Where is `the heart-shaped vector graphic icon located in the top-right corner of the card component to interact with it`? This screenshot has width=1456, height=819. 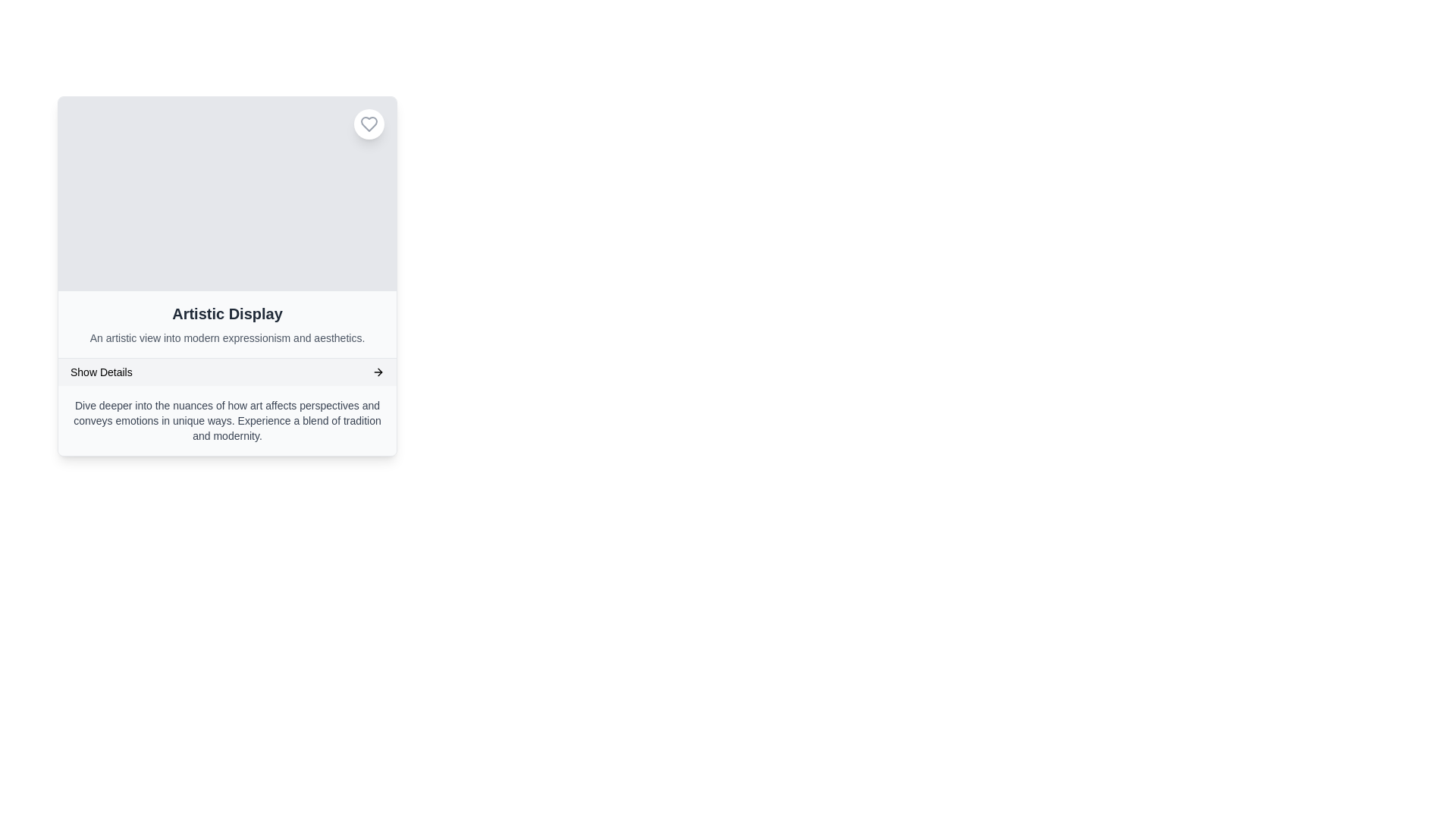
the heart-shaped vector graphic icon located in the top-right corner of the card component to interact with it is located at coordinates (369, 124).